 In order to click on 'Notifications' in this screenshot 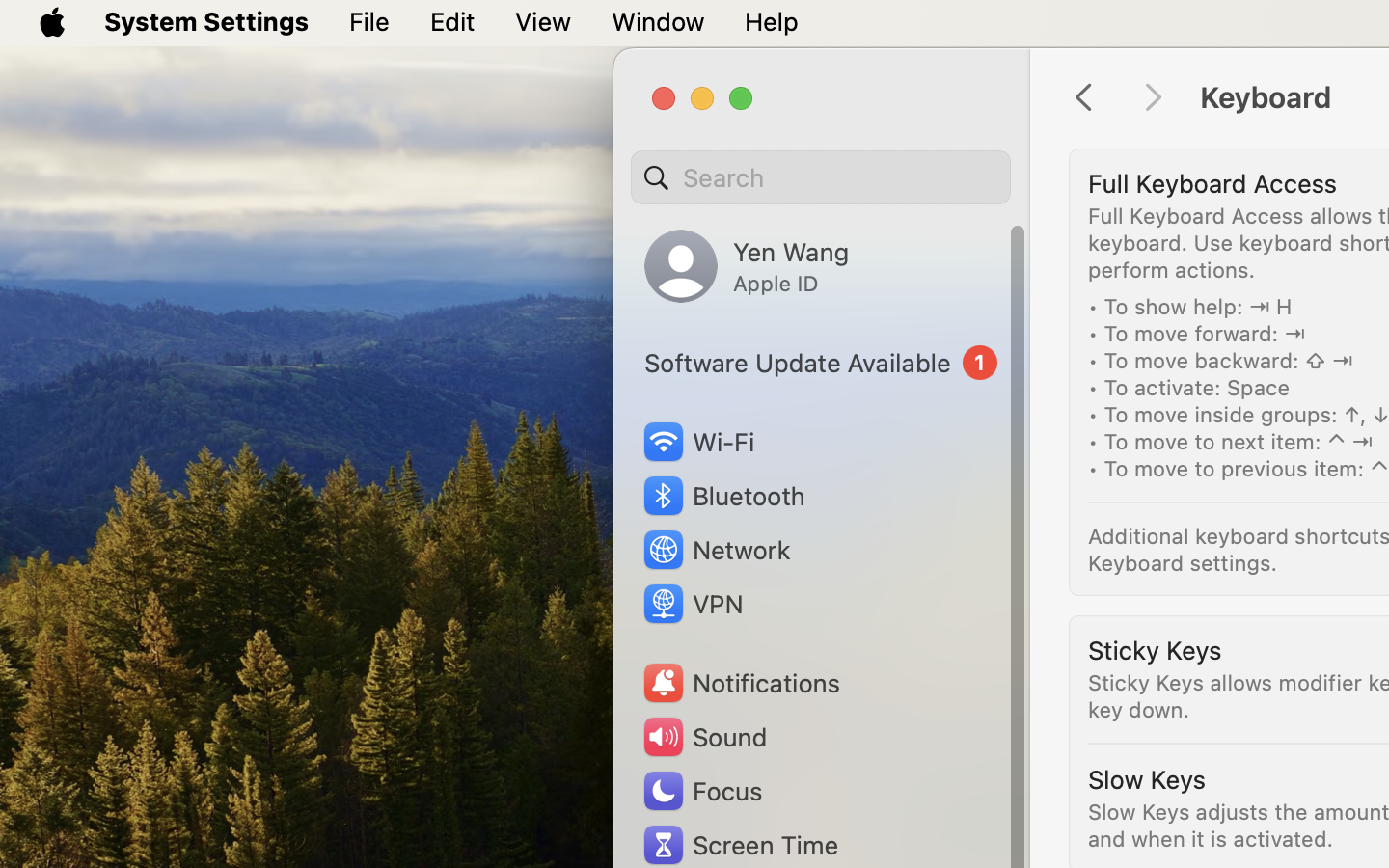, I will do `click(739, 682)`.